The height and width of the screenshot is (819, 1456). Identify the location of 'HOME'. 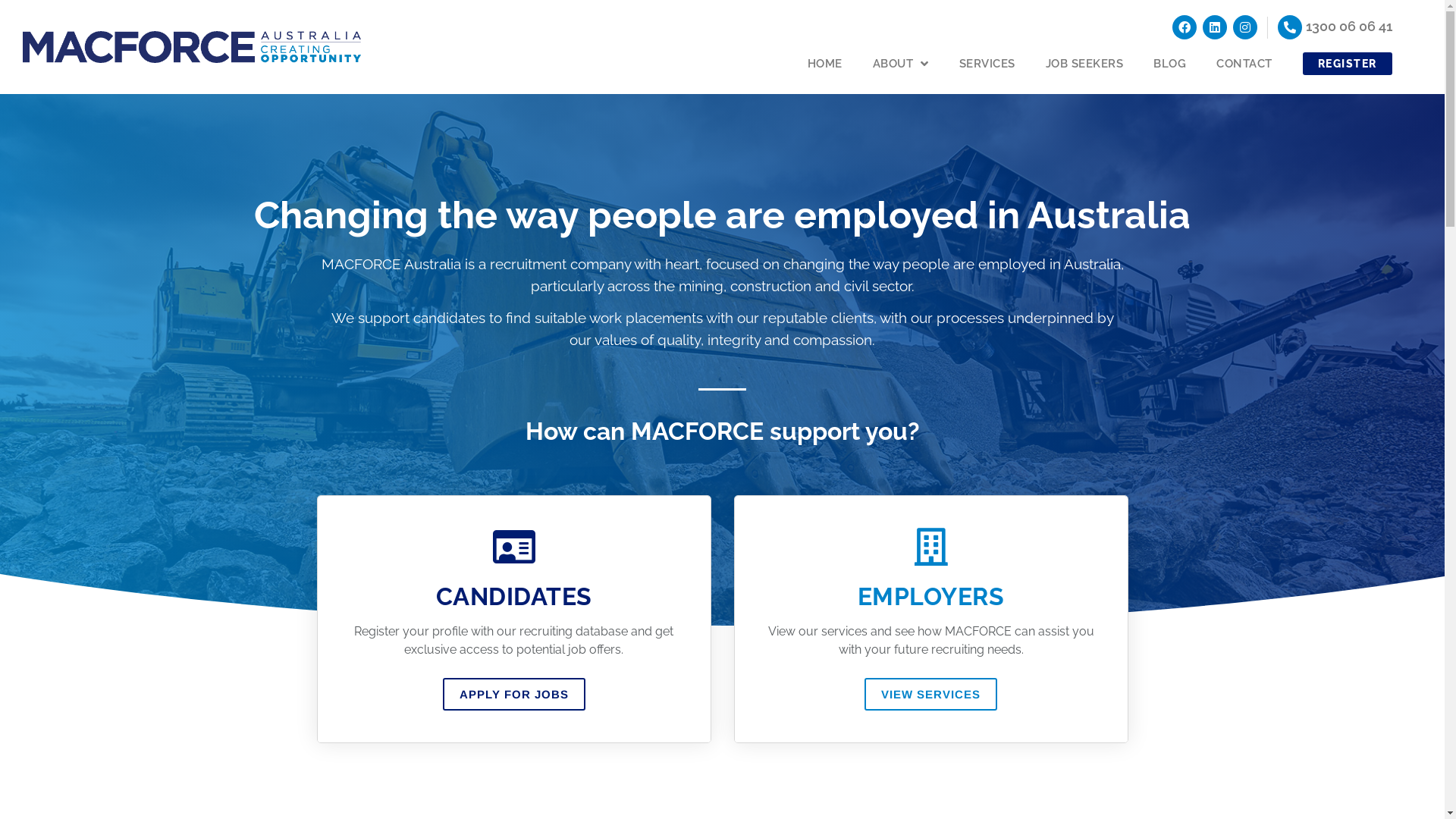
(824, 63).